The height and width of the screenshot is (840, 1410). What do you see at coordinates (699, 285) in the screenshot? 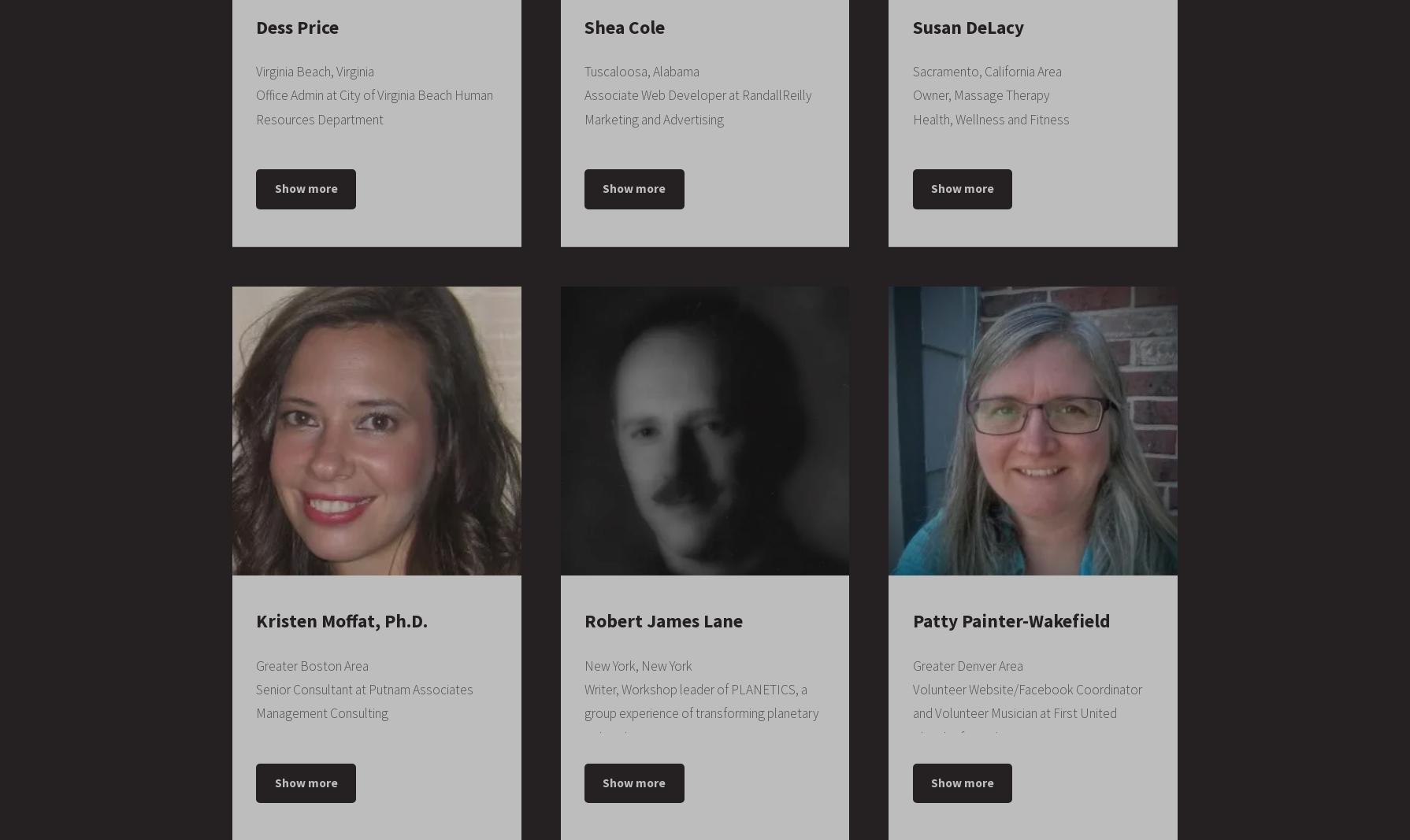
I see `'Community Outreach, Leadership, Music Ministry, Nonprofits, Public Speaking, Teaching, Music, Biblical Studies, Theology, Fundraising, Volunteer Management, Preaching, Pastoral Care, Religion, Discipleship, Event Planning, Leadership Development, Program Development, Church Events, Pastoral Counseling, Missions, Youth Ministry, Spiritual Direction'` at bounding box center [699, 285].